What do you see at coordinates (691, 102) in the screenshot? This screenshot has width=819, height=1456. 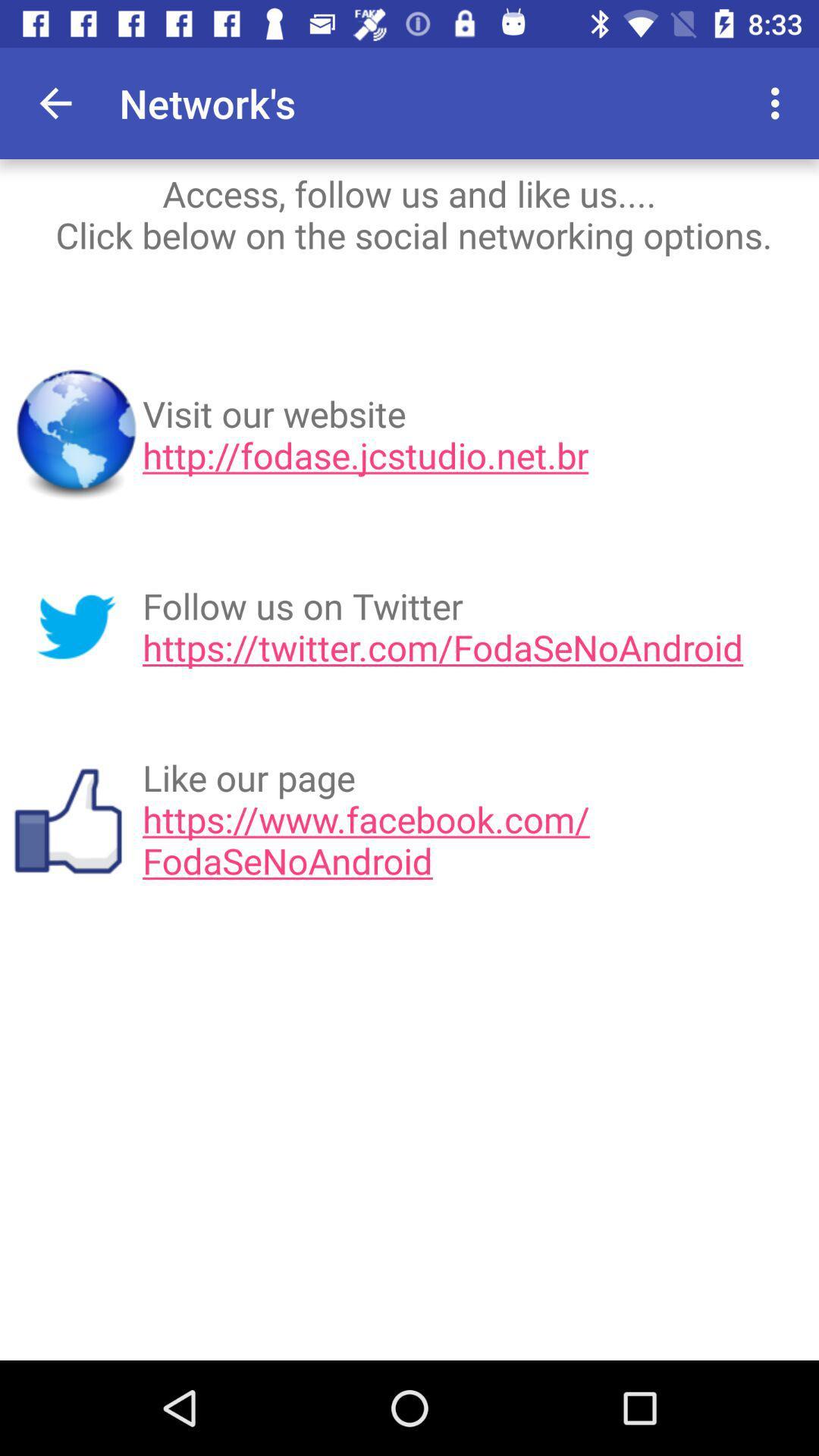 I see `the icon next to network's app` at bounding box center [691, 102].